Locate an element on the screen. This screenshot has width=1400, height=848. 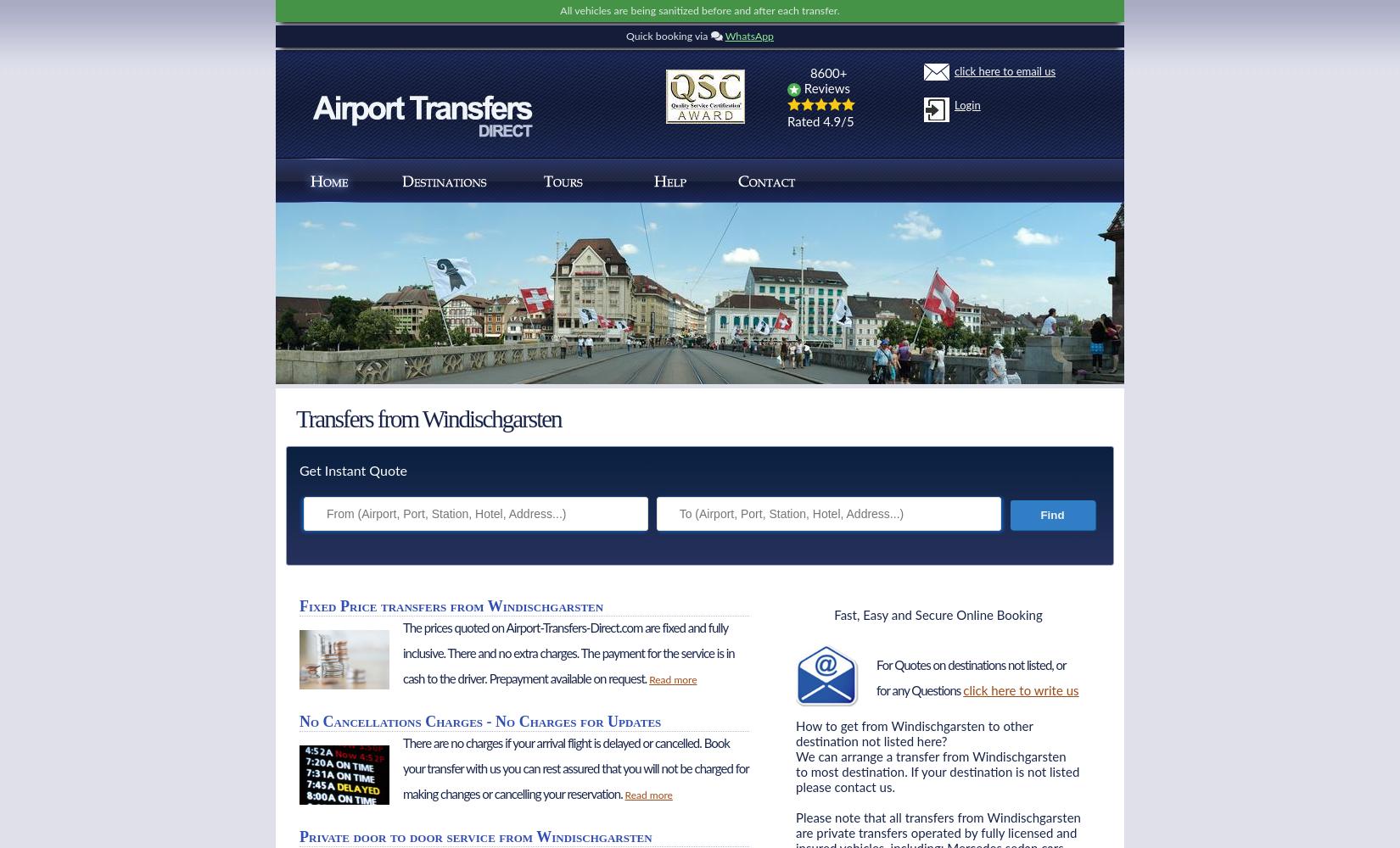
'Fast, Easy and Secure Online Booking' is located at coordinates (834, 615).